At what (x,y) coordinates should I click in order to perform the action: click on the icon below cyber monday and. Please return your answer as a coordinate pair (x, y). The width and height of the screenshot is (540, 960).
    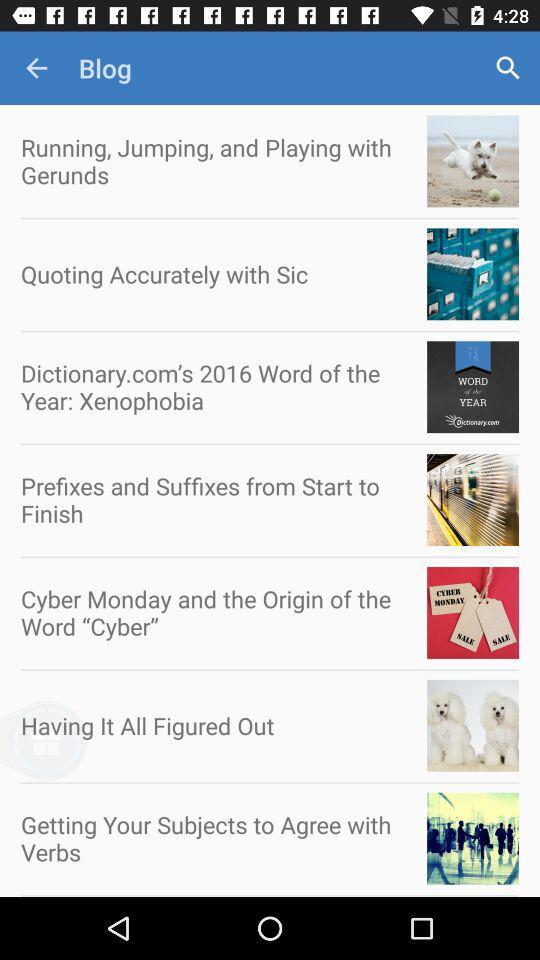
    Looking at the image, I should click on (77, 751).